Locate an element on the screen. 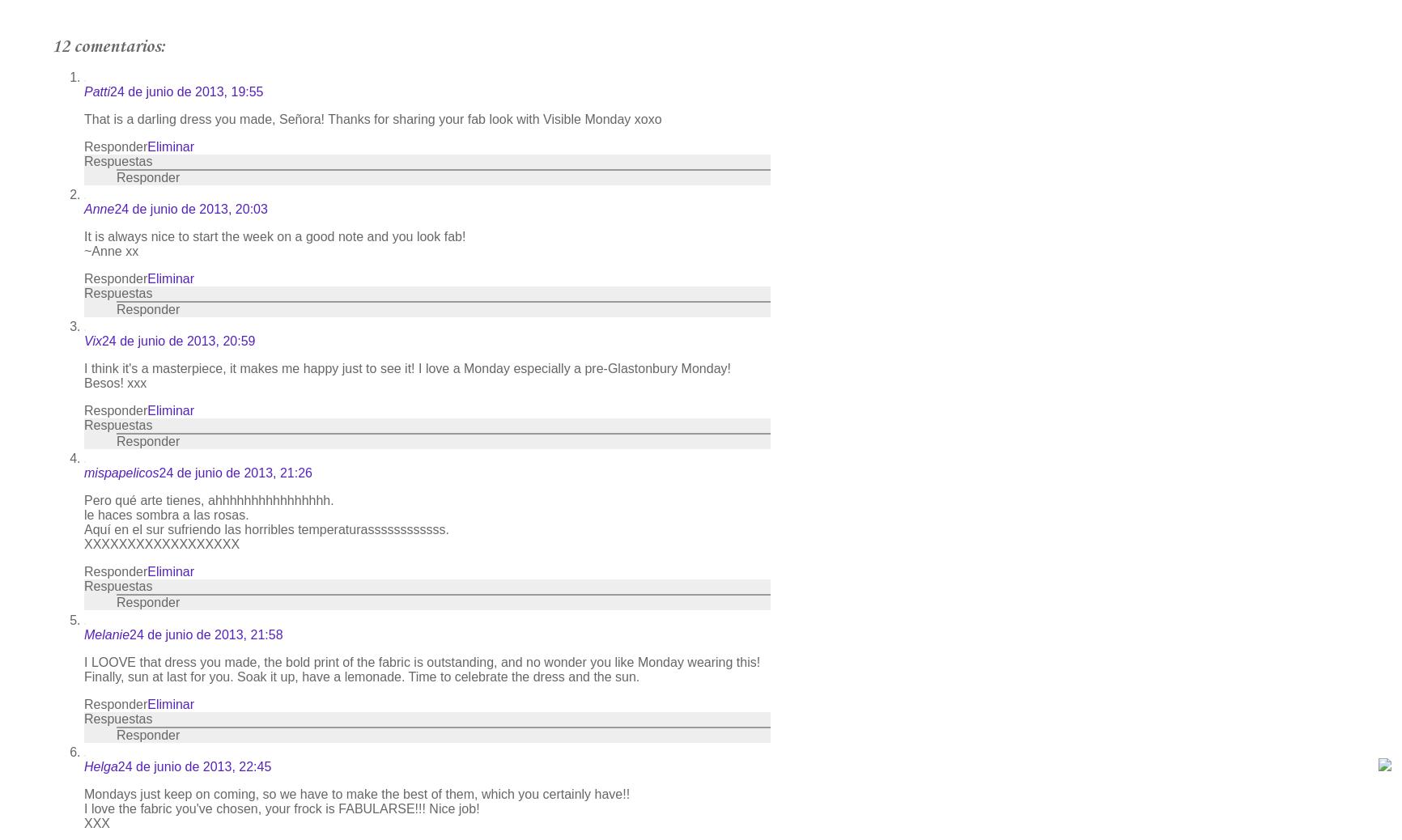 The width and height of the screenshot is (1402, 840). '~Anne xx' is located at coordinates (111, 251).